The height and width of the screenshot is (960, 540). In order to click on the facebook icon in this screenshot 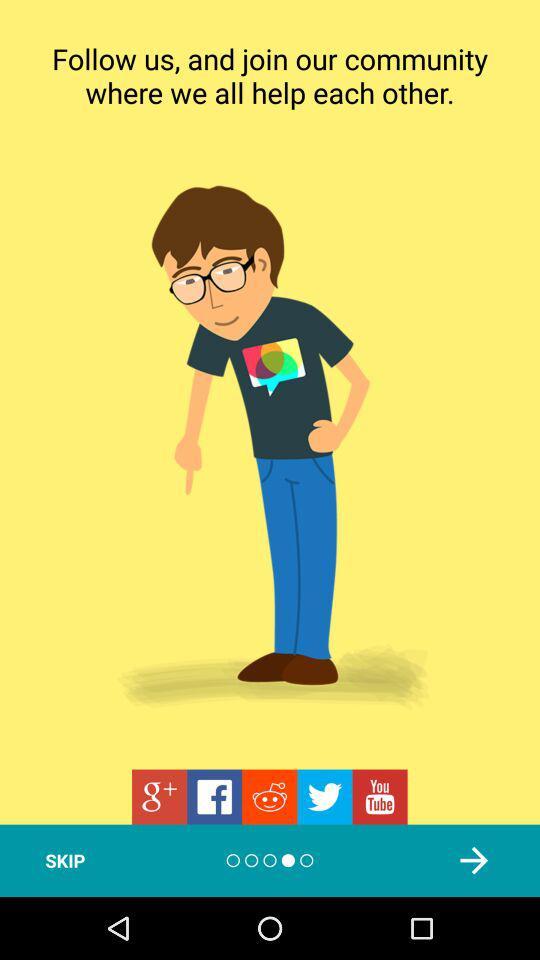, I will do `click(213, 797)`.